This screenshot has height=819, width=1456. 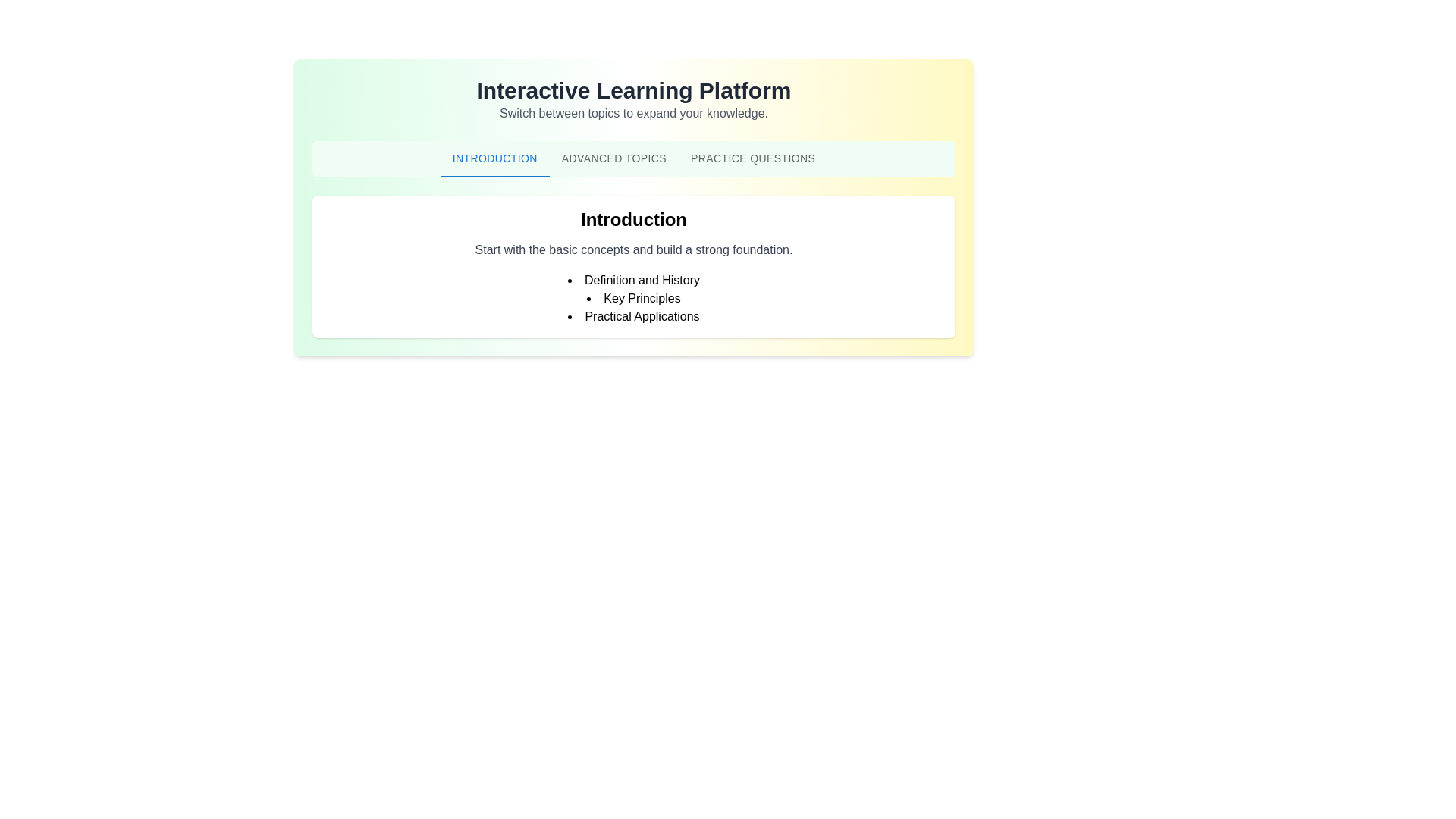 What do you see at coordinates (633, 298) in the screenshot?
I see `the bullet point entry labeled 'Key Principles' in the 'Introduction' section of the page` at bounding box center [633, 298].